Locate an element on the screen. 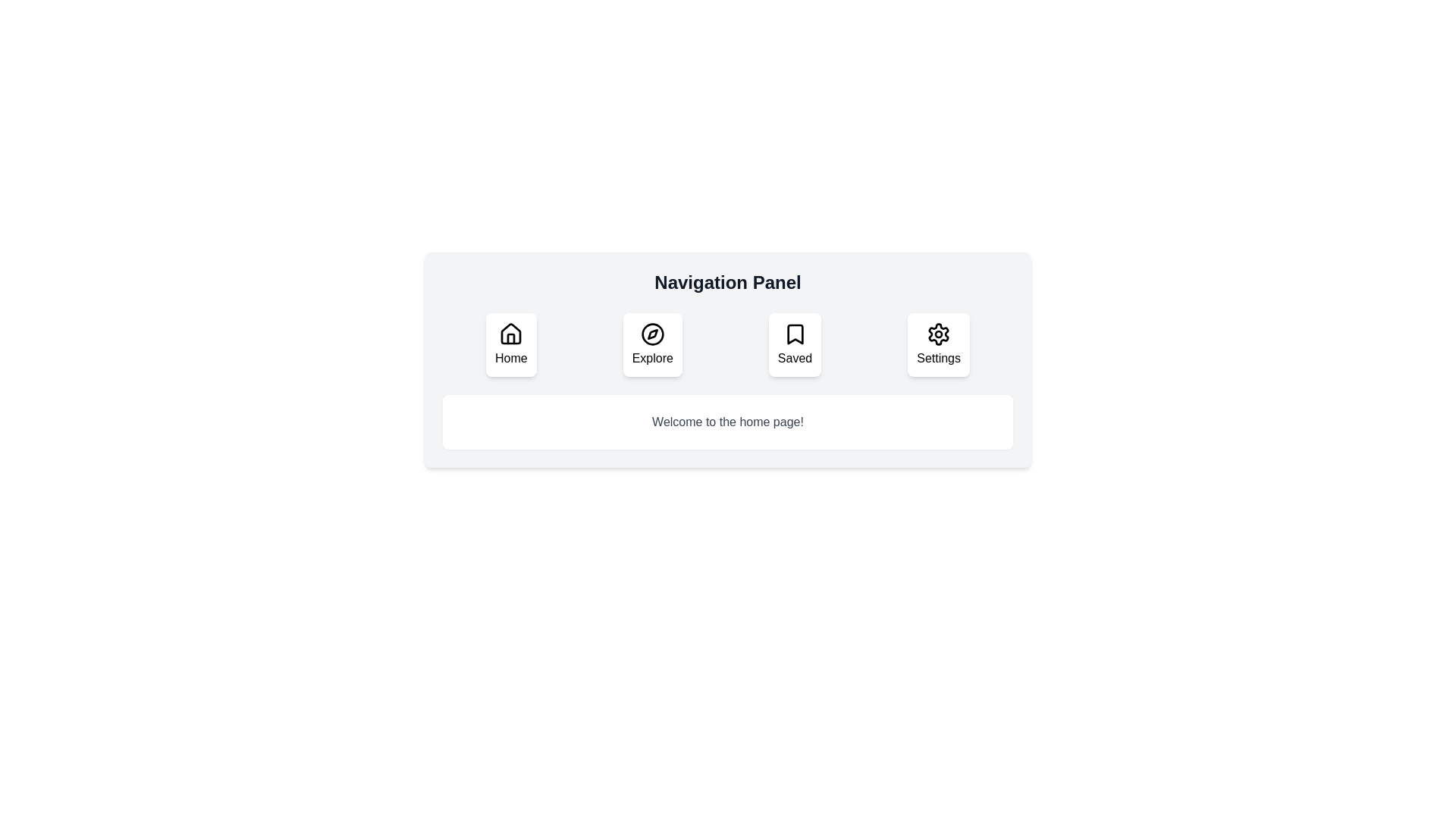  the gear icon located in the lower-left region of the navigation panel under the 'Settings' label is located at coordinates (938, 333).